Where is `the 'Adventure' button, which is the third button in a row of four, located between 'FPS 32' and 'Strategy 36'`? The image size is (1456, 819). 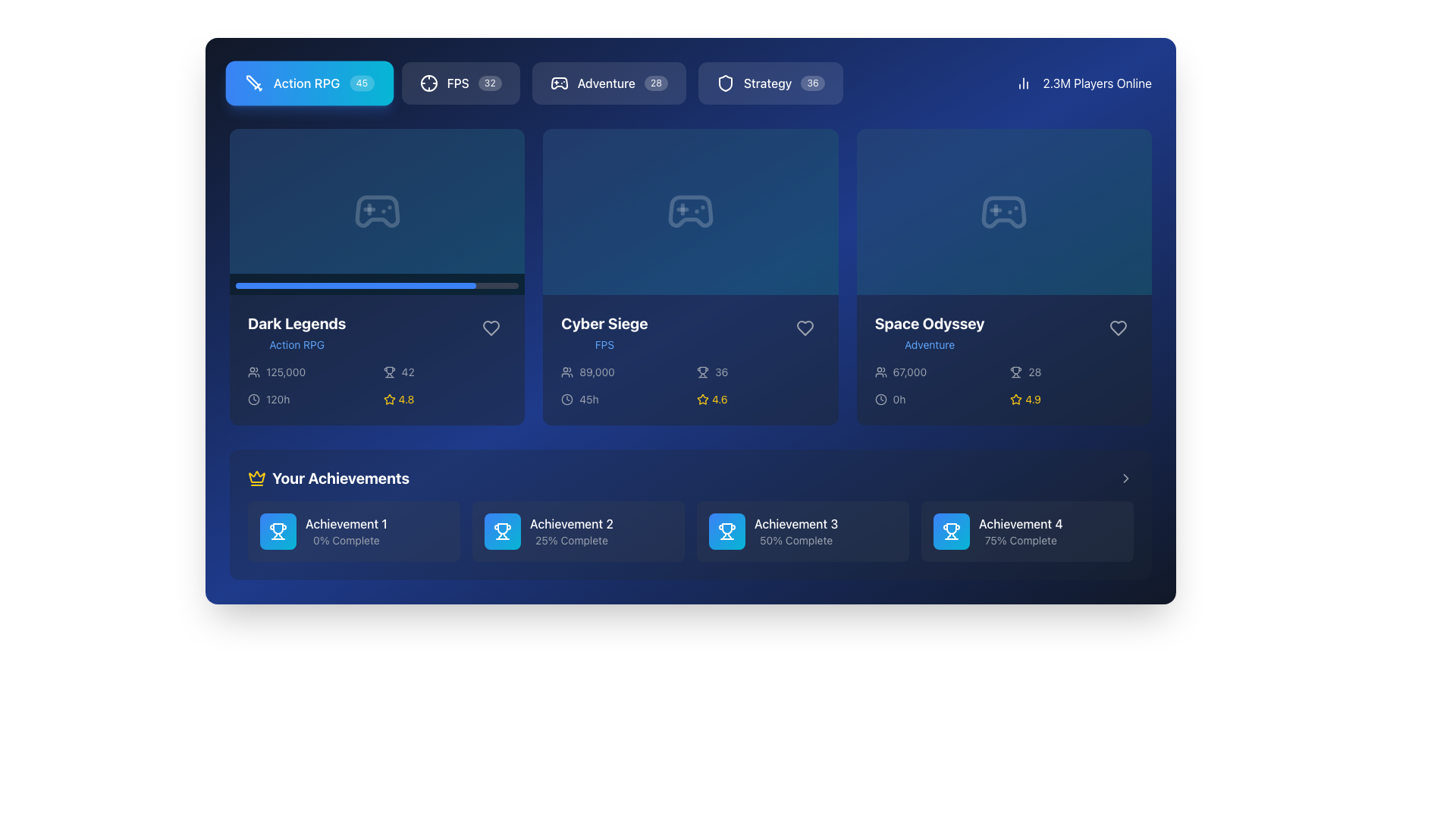 the 'Adventure' button, which is the third button in a row of four, located between 'FPS 32' and 'Strategy 36' is located at coordinates (536, 83).